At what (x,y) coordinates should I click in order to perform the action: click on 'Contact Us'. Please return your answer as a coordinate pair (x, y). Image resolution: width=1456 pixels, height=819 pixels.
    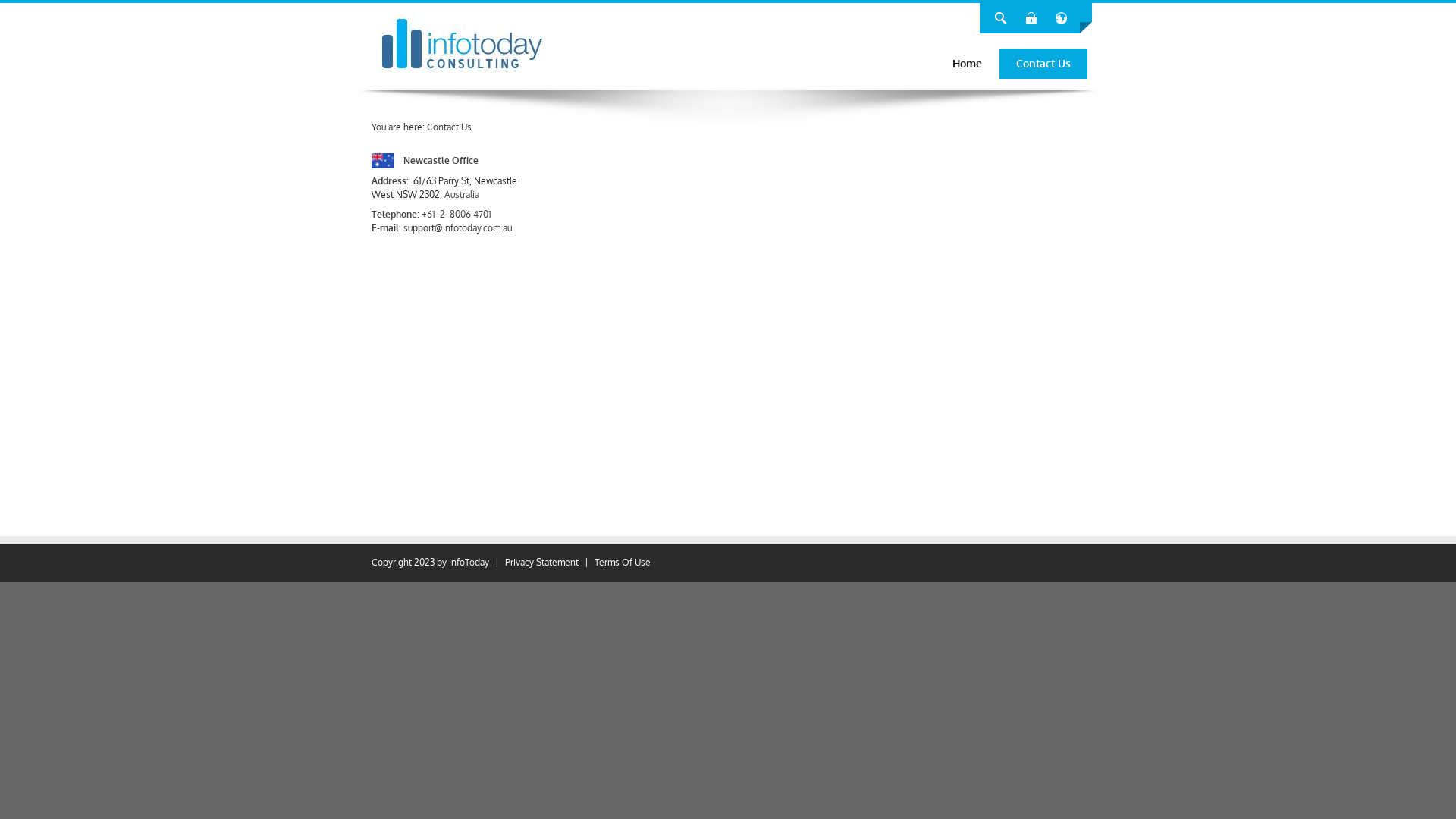
    Looking at the image, I should click on (1043, 63).